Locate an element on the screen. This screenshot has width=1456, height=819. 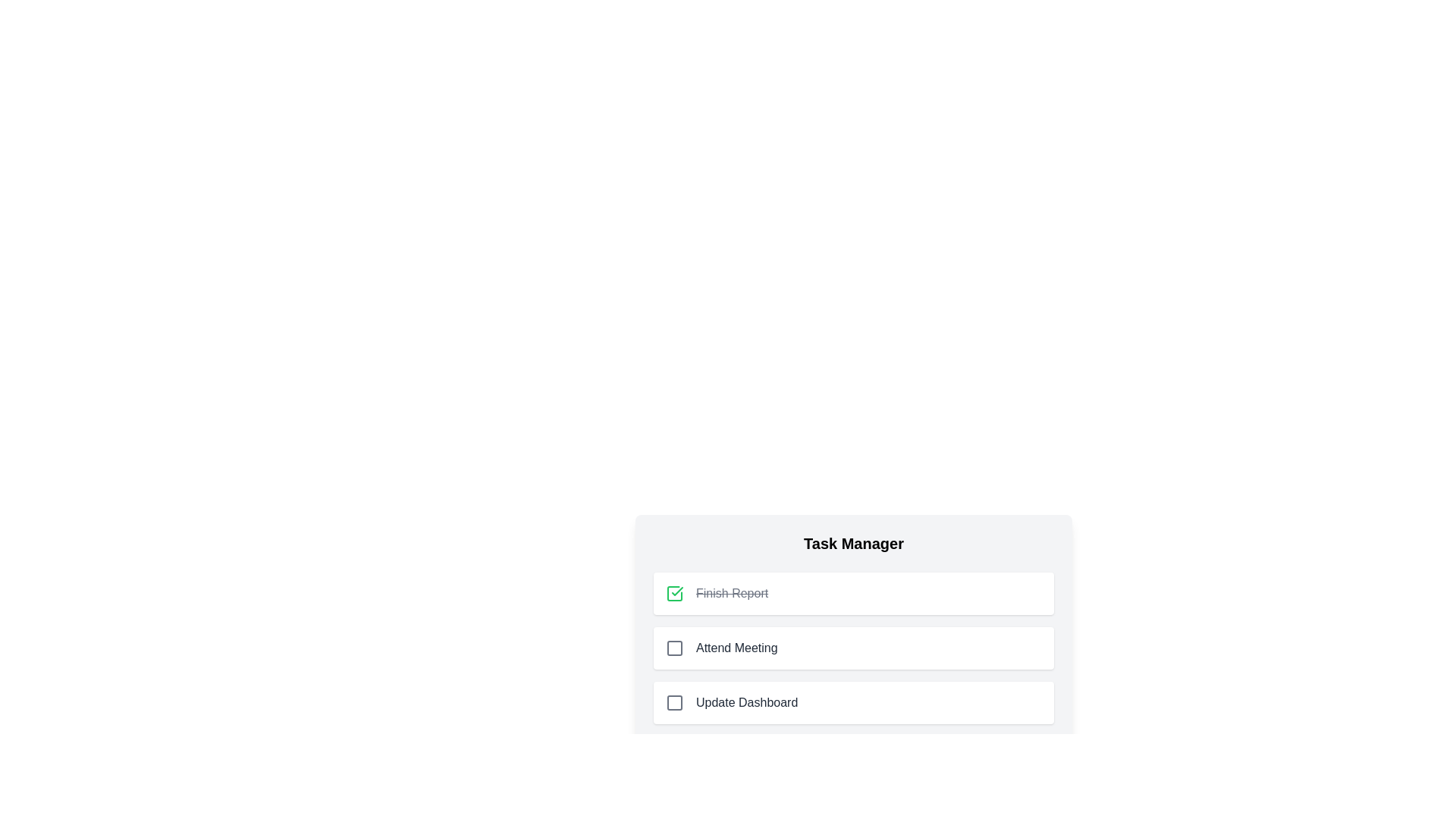
the second task item in the Task Manager application is located at coordinates (854, 648).